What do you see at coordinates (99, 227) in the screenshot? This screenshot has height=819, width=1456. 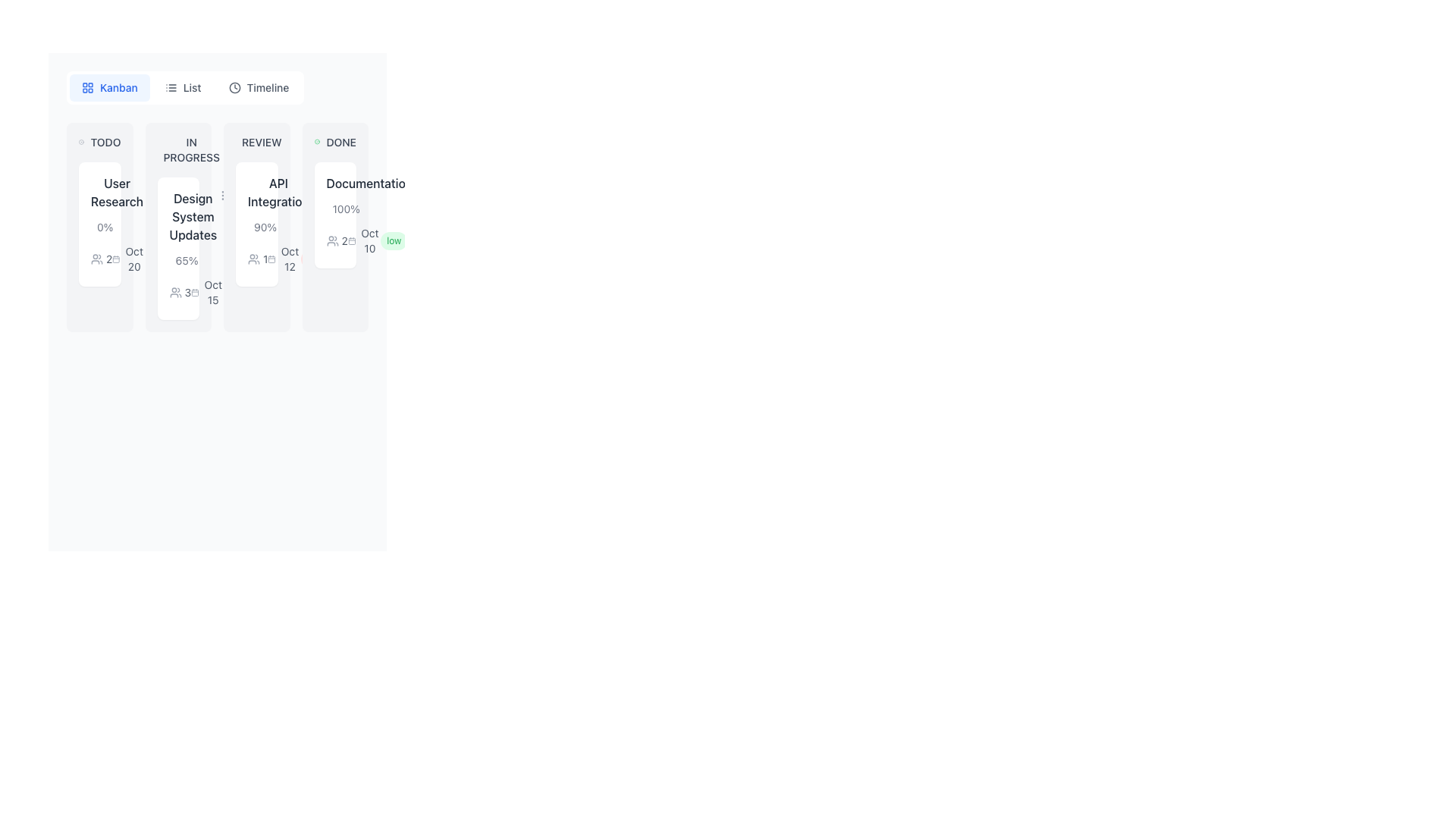 I see `the first task card in the Kanban board under the 'TODO' column, which has a light gray background and contains hierarchical text, icons, and progress information` at bounding box center [99, 227].